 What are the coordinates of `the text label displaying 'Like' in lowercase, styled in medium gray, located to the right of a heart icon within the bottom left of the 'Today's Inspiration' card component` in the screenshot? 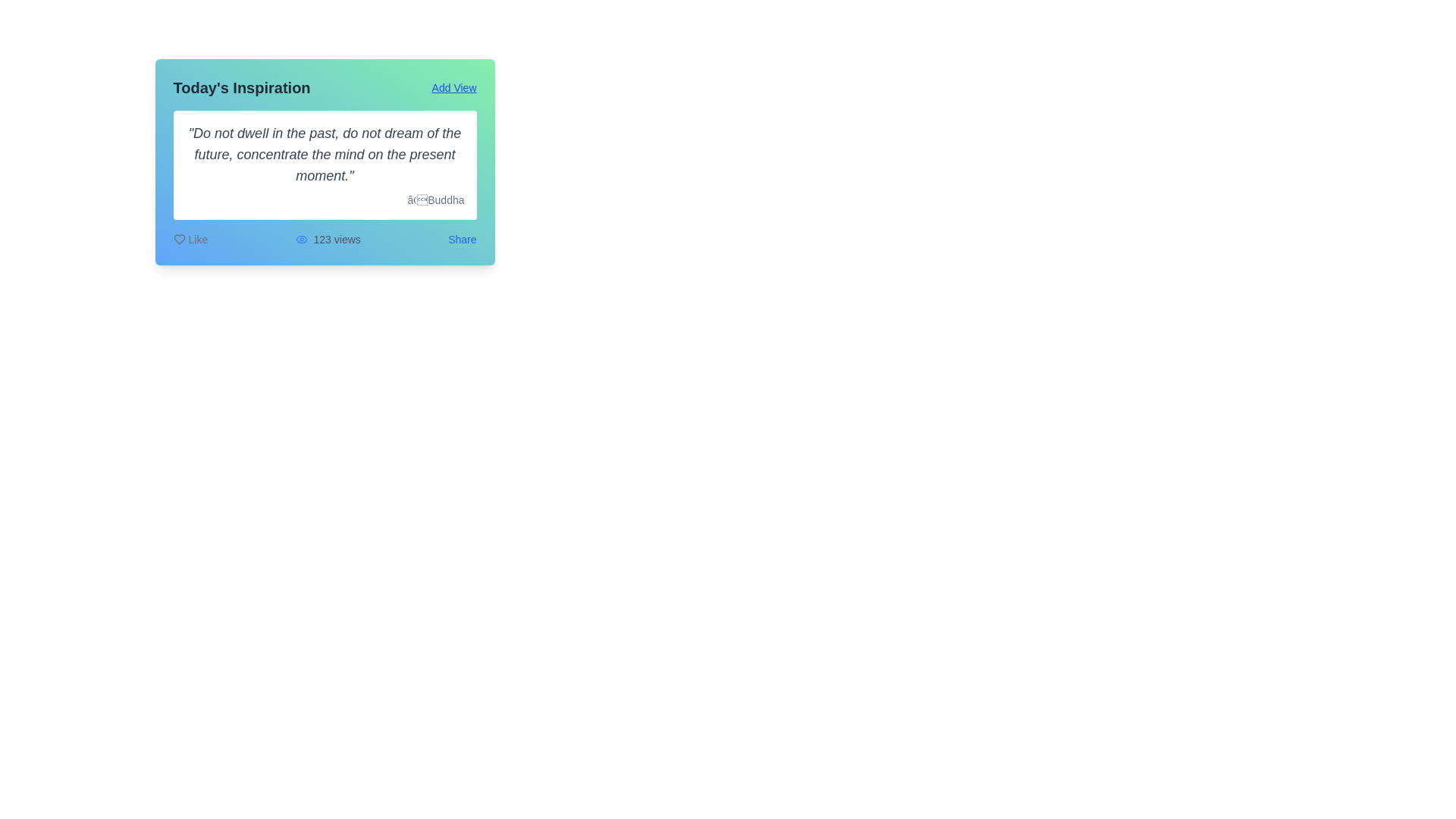 It's located at (197, 239).